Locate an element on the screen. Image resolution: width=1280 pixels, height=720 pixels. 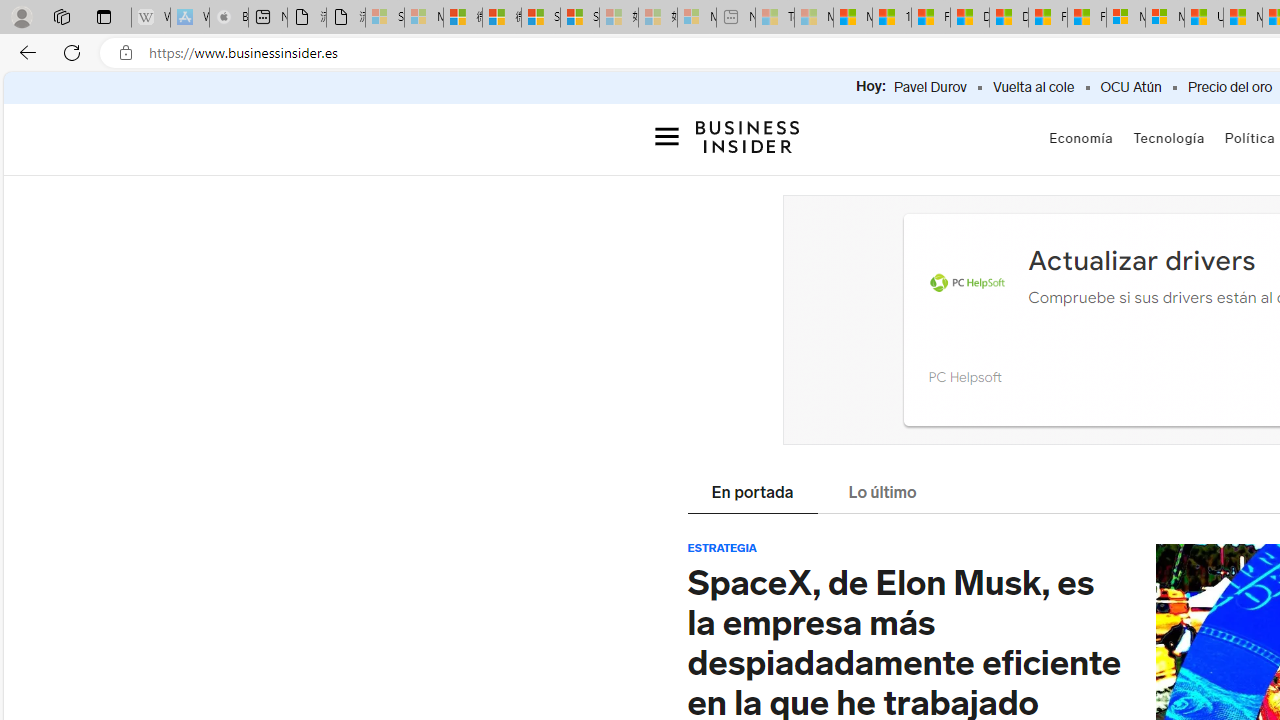
'Precio del oro' is located at coordinates (1229, 87).